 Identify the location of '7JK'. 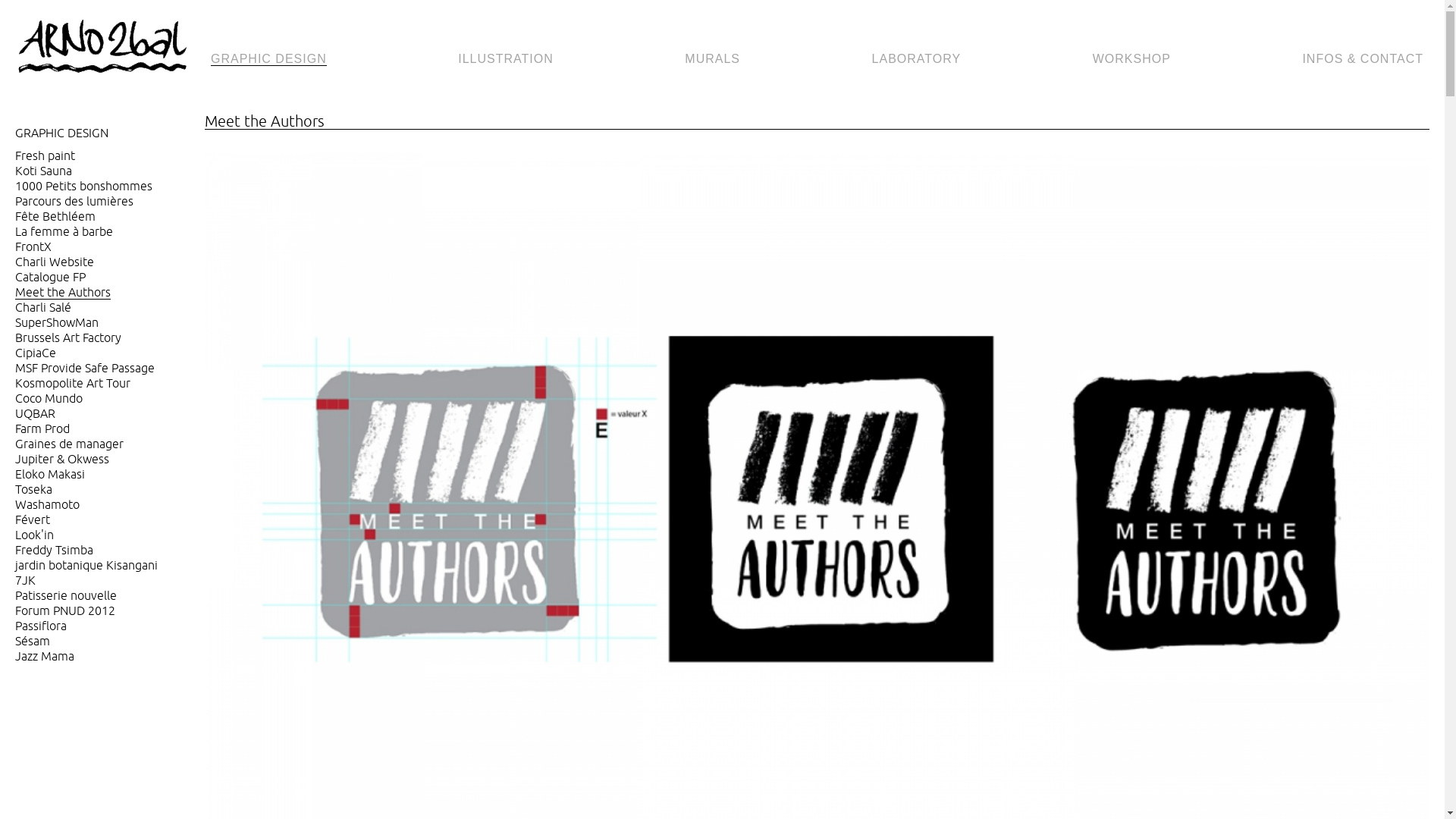
(14, 580).